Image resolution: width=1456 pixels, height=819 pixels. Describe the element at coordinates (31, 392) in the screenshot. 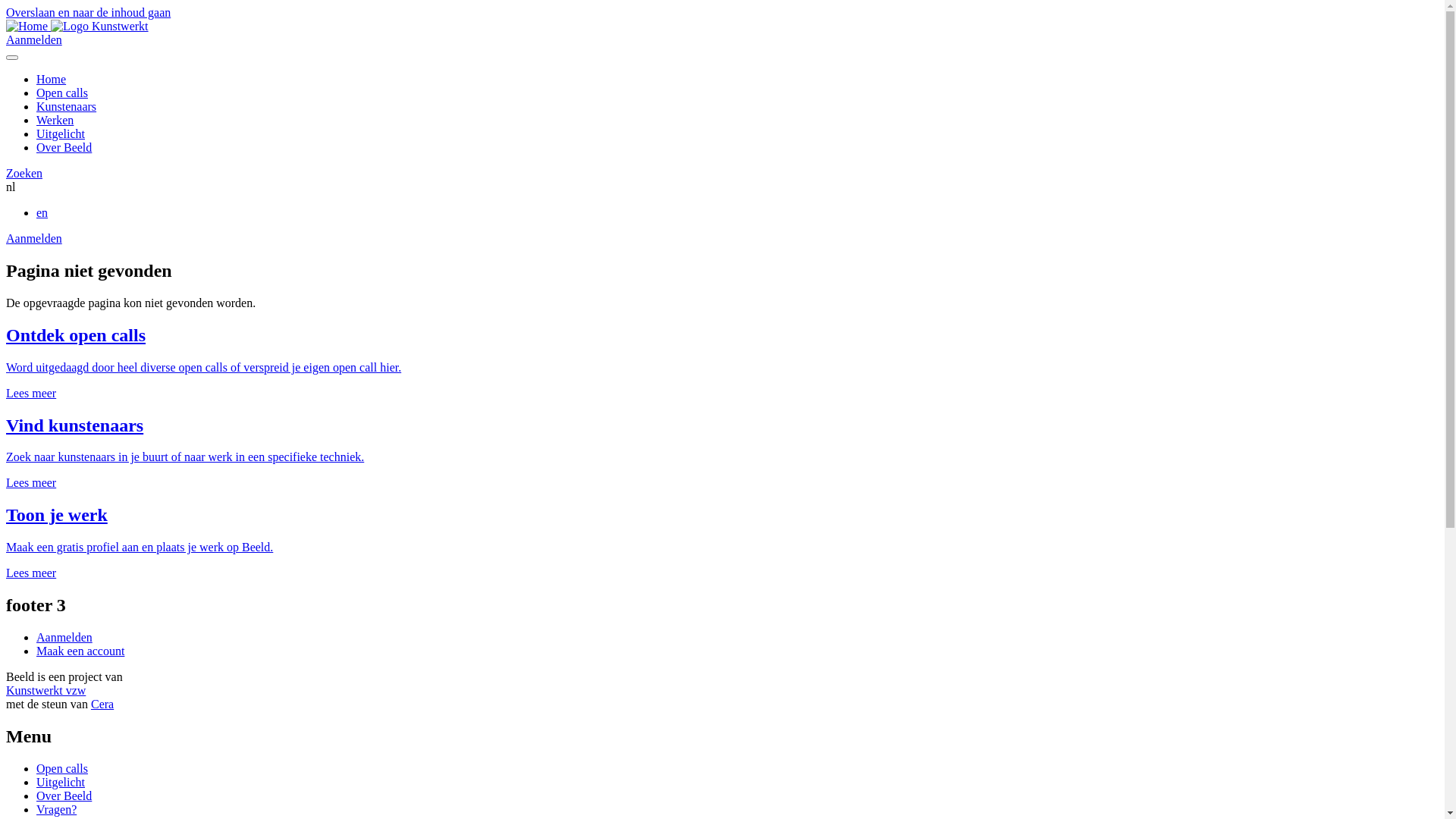

I see `'Lees meer'` at that location.